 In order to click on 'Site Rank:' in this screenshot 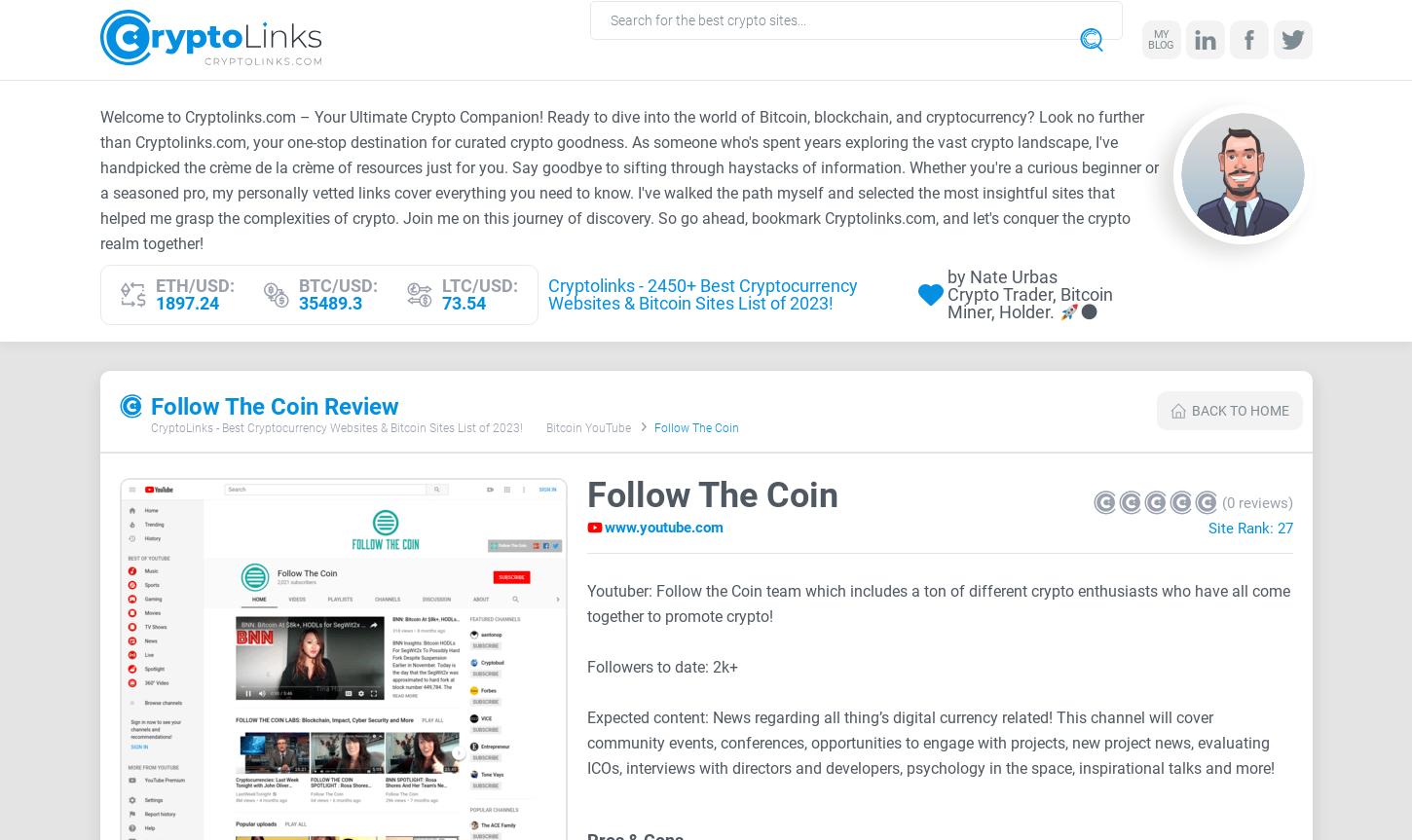, I will do `click(1242, 528)`.